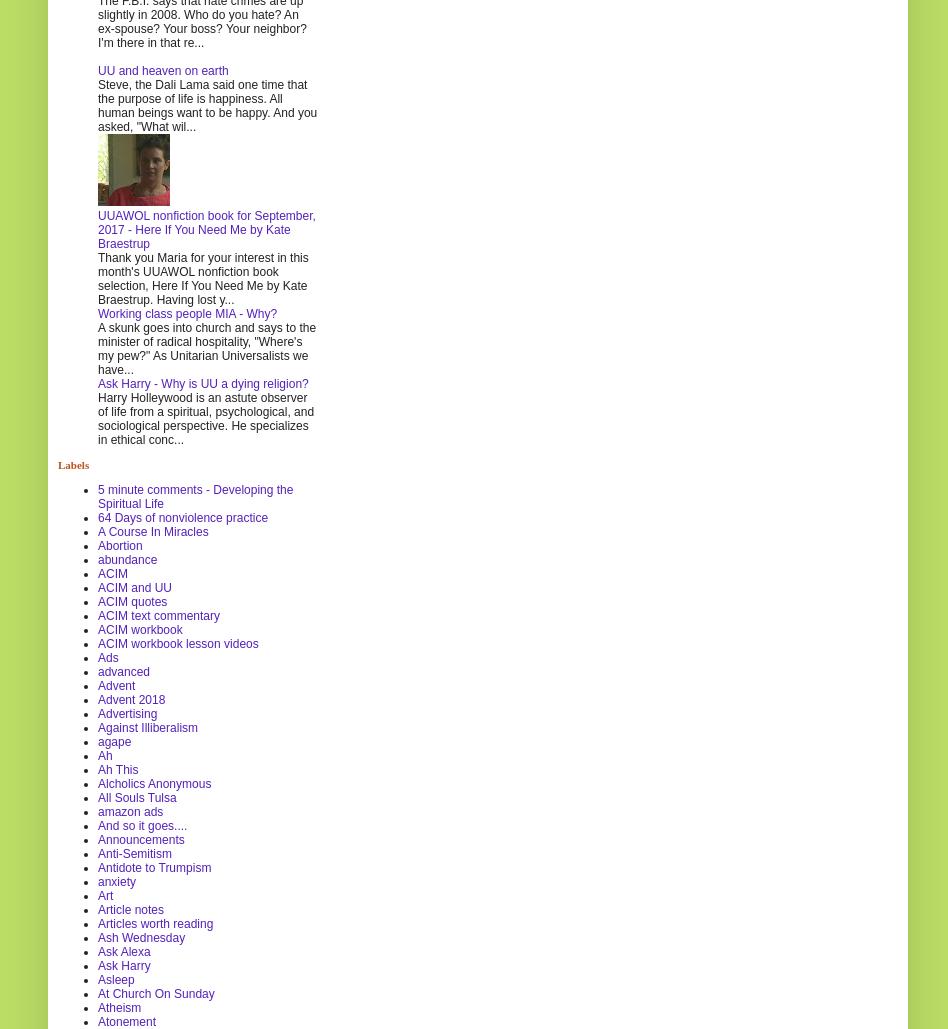 Image resolution: width=948 pixels, height=1029 pixels. What do you see at coordinates (186, 313) in the screenshot?
I see `'Working class people MIA - Why?'` at bounding box center [186, 313].